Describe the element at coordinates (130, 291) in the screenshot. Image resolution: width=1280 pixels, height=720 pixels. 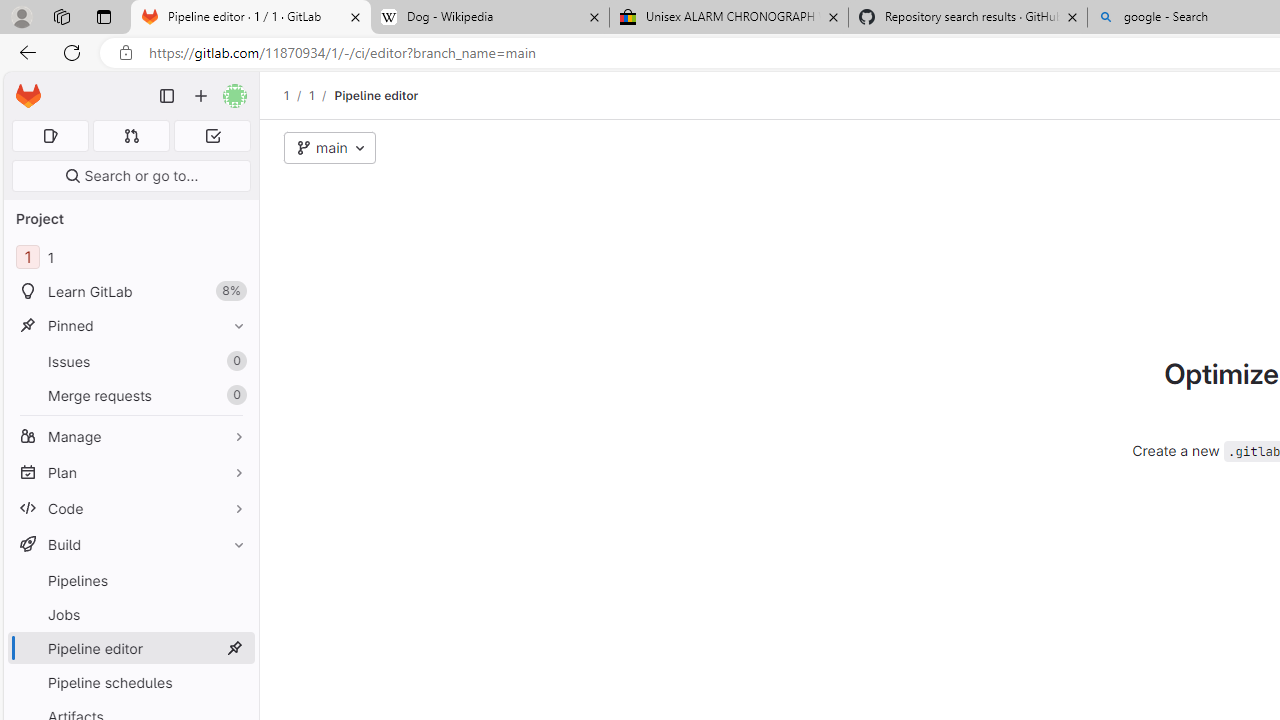
I see `'Learn GitLab8%'` at that location.